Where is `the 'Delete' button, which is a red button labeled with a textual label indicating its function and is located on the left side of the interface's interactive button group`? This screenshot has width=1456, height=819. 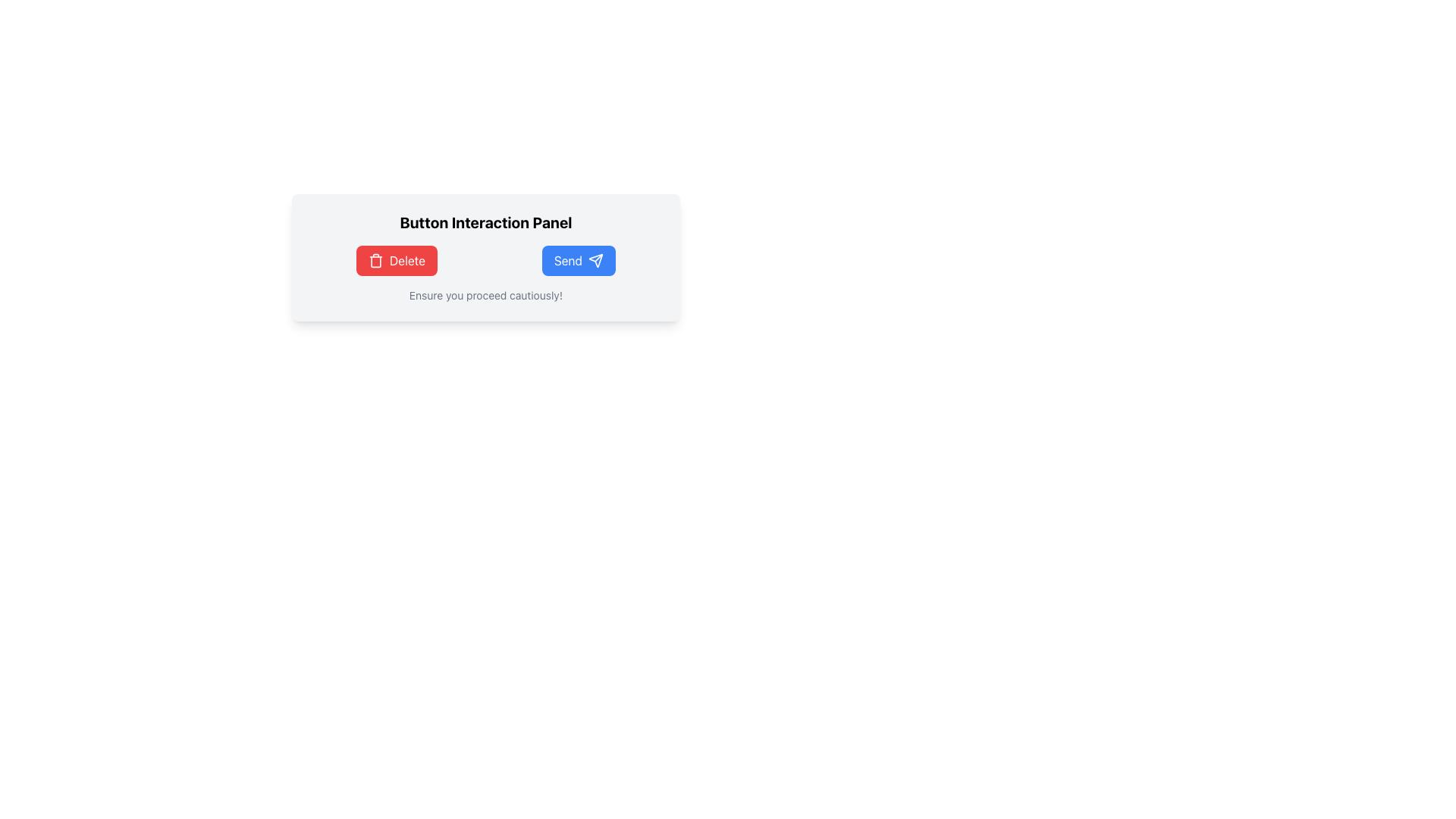 the 'Delete' button, which is a red button labeled with a textual label indicating its function and is located on the left side of the interface's interactive button group is located at coordinates (407, 259).